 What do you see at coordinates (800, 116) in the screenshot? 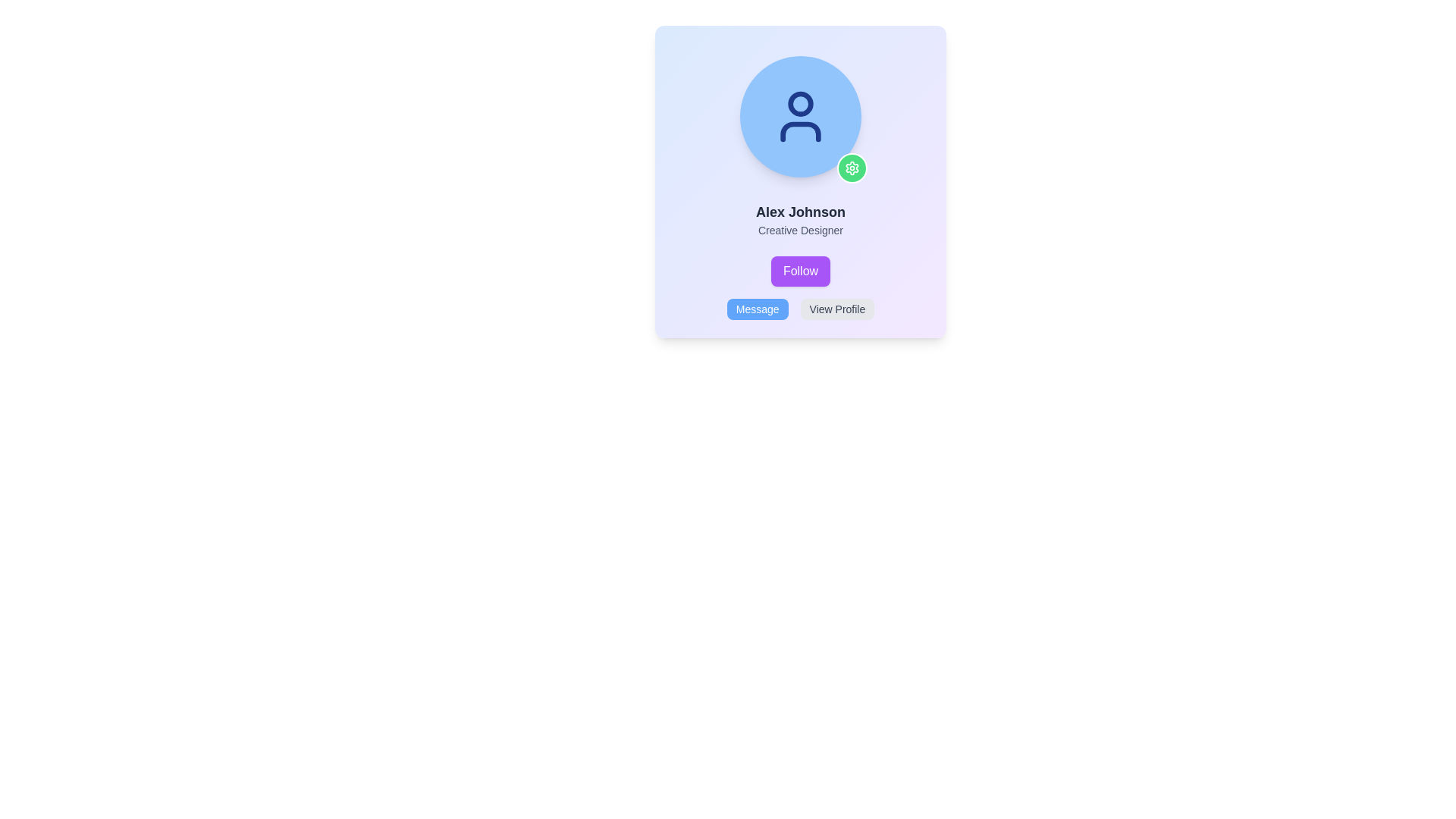
I see `the circular avatar image placeholder with a light blue background and a dark blue user icon, located at the top-center of the card component` at bounding box center [800, 116].